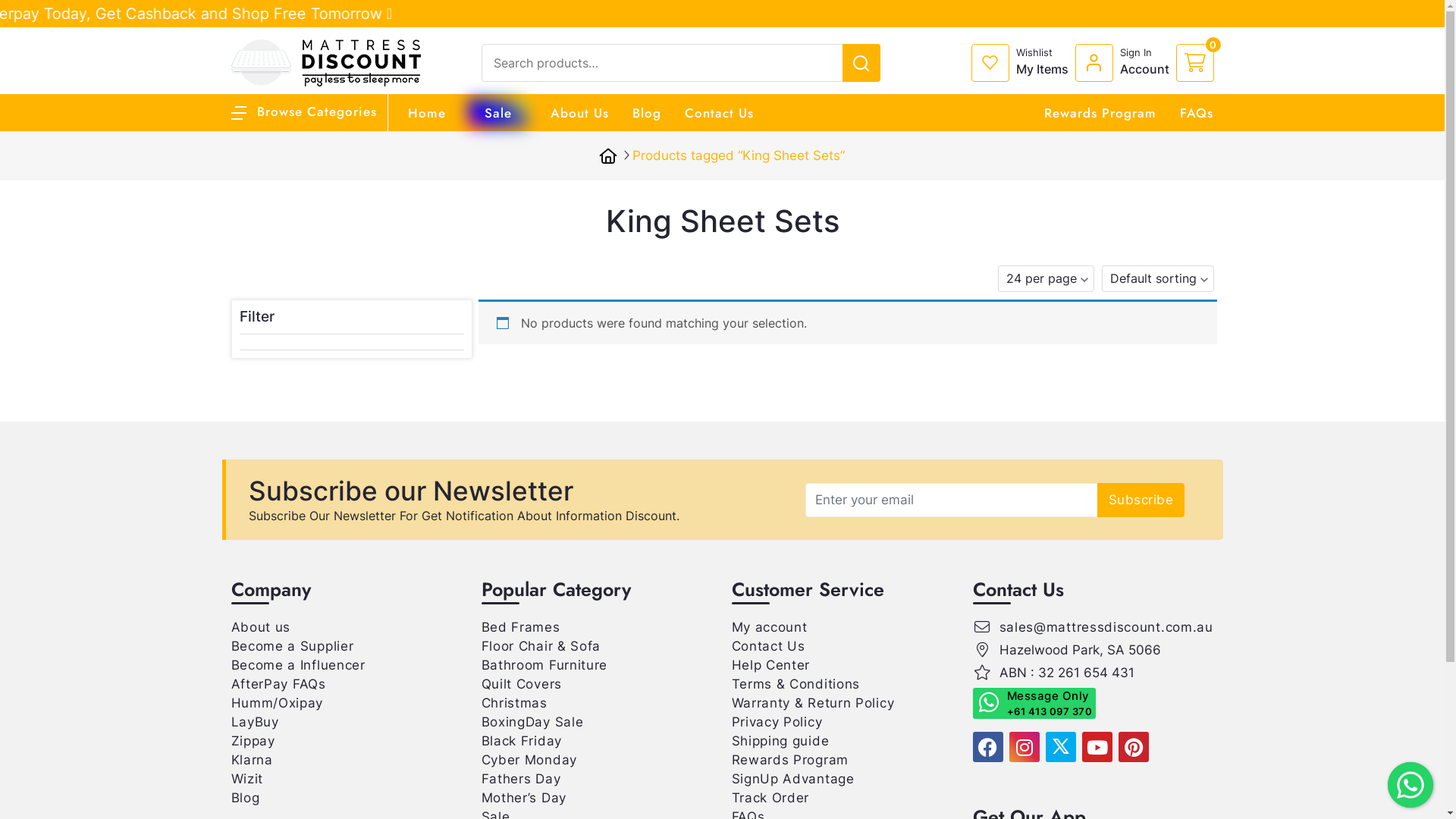 This screenshot has height=819, width=1456. Describe the element at coordinates (291, 646) in the screenshot. I see `'Become a Supplier'` at that location.